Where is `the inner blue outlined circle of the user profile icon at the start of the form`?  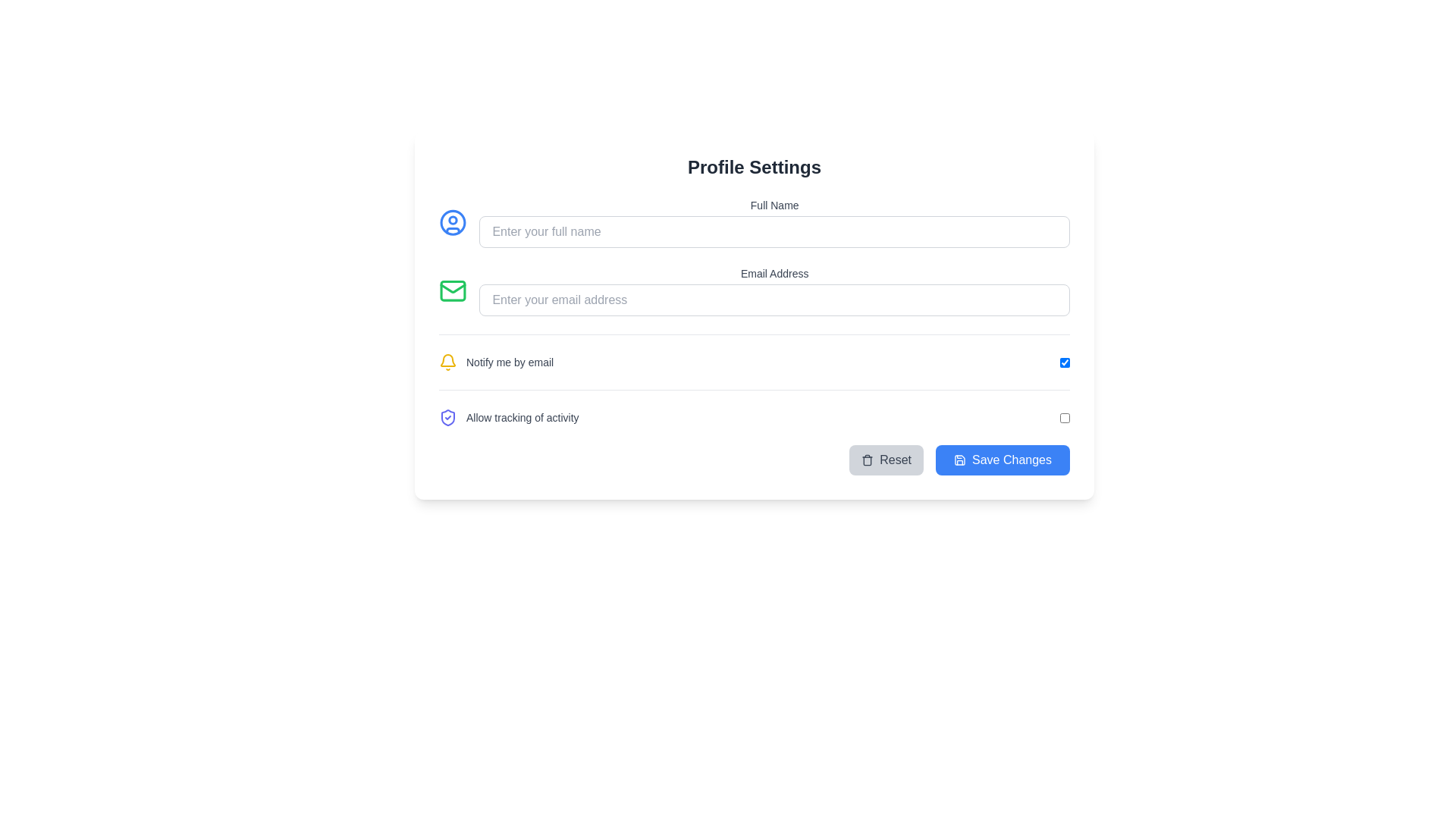
the inner blue outlined circle of the user profile icon at the start of the form is located at coordinates (452, 222).